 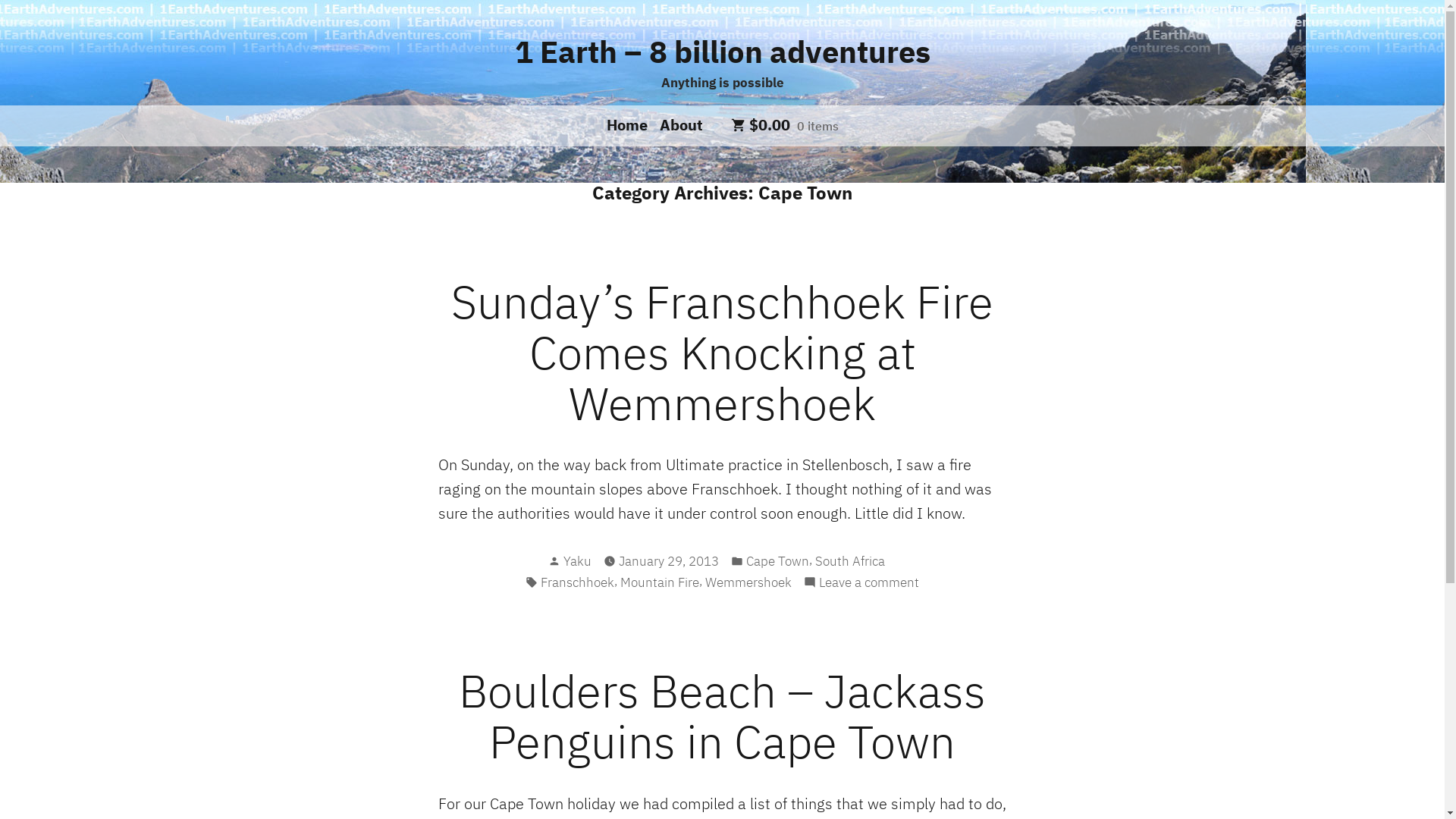 What do you see at coordinates (677, 124) in the screenshot?
I see `'About'` at bounding box center [677, 124].